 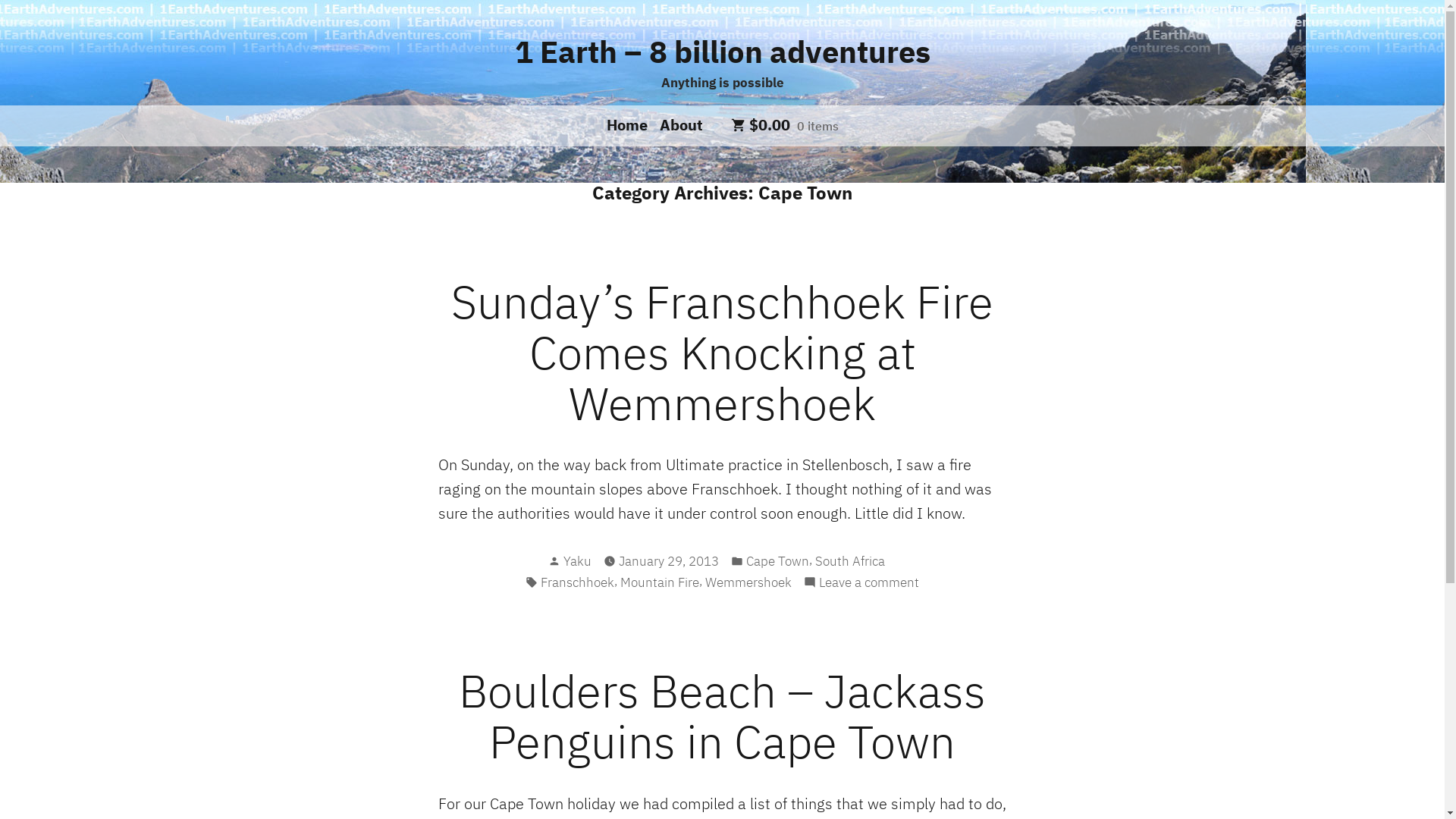 What do you see at coordinates (677, 124) in the screenshot?
I see `'About'` at bounding box center [677, 124].